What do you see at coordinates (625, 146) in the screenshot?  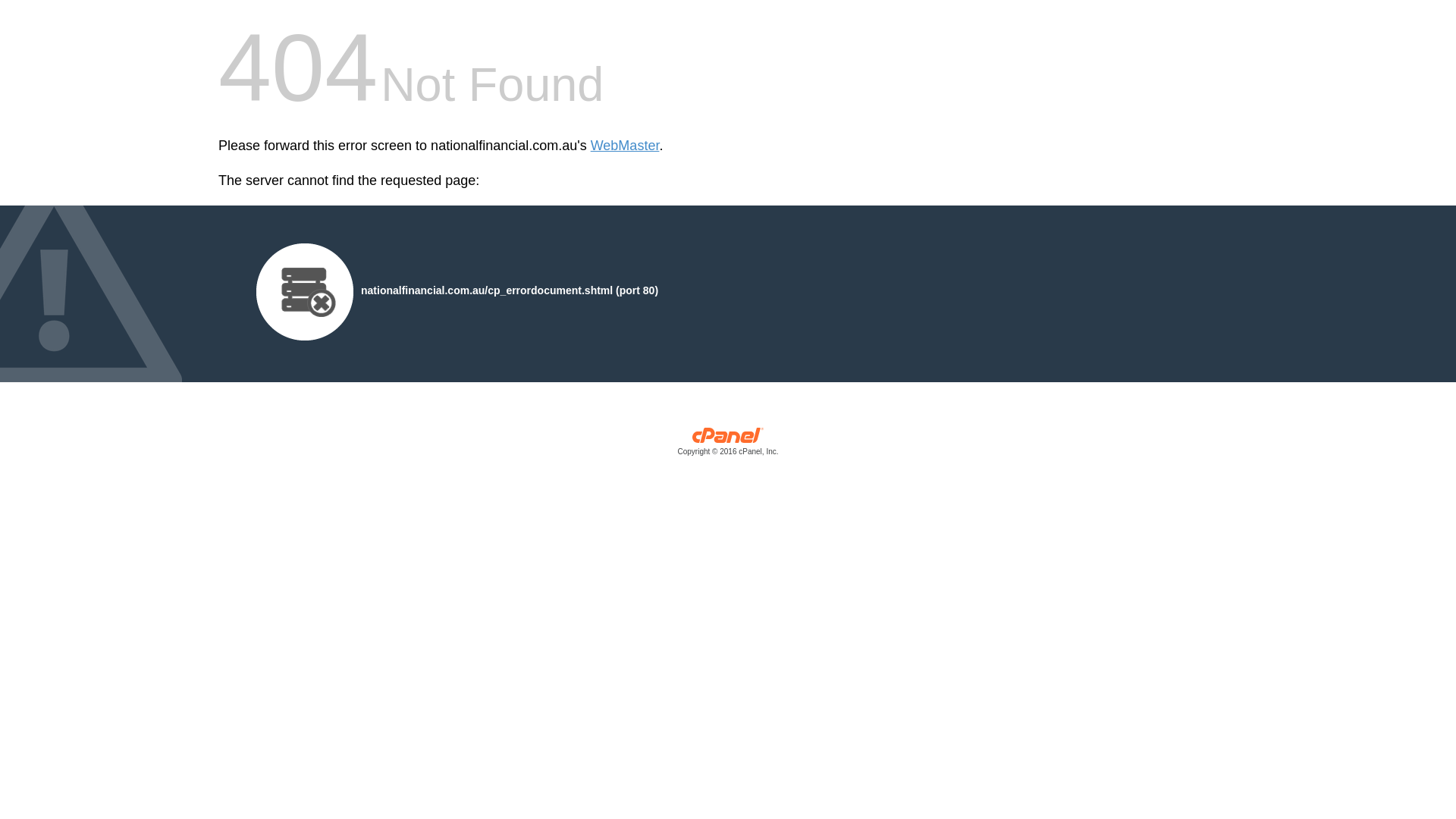 I see `'WebMaster'` at bounding box center [625, 146].